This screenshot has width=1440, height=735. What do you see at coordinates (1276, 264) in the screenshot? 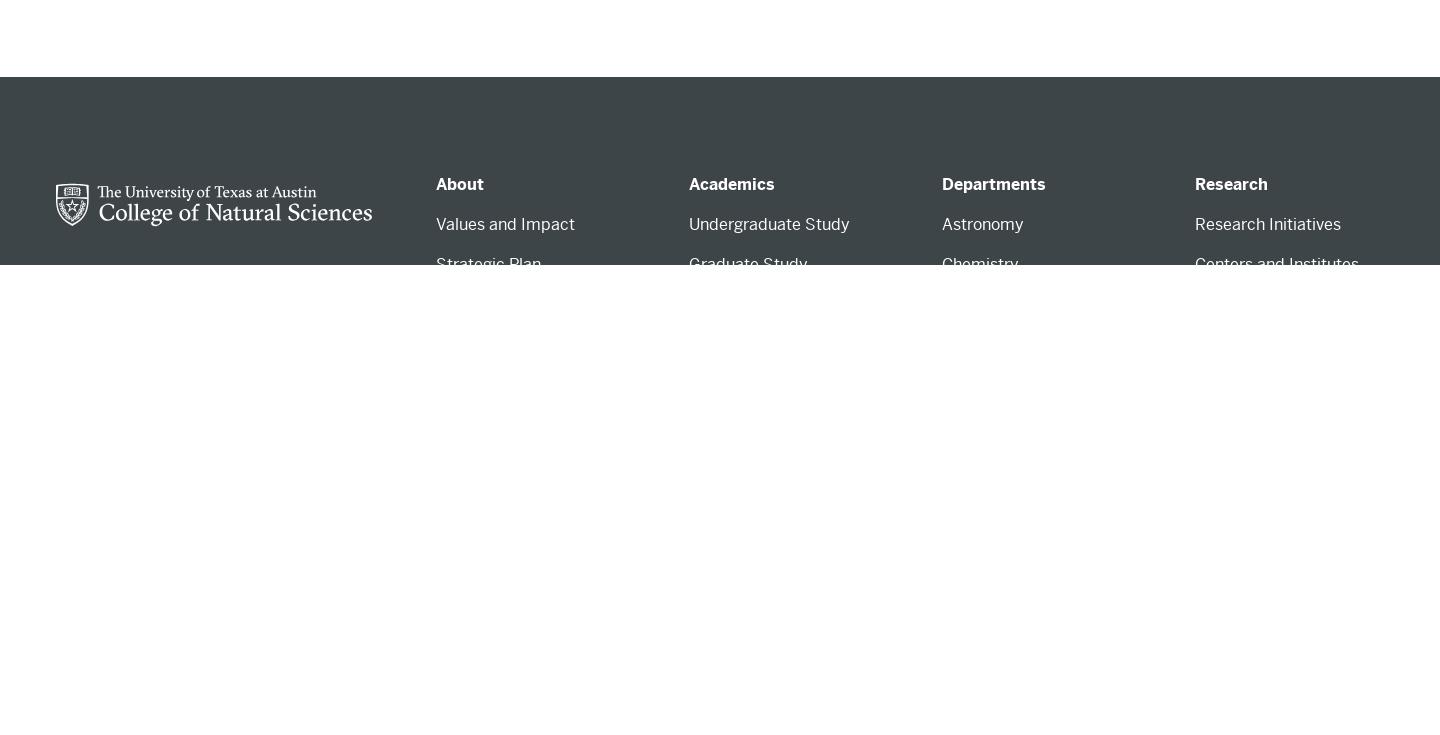
I see `'Centers and Institutes'` at bounding box center [1276, 264].